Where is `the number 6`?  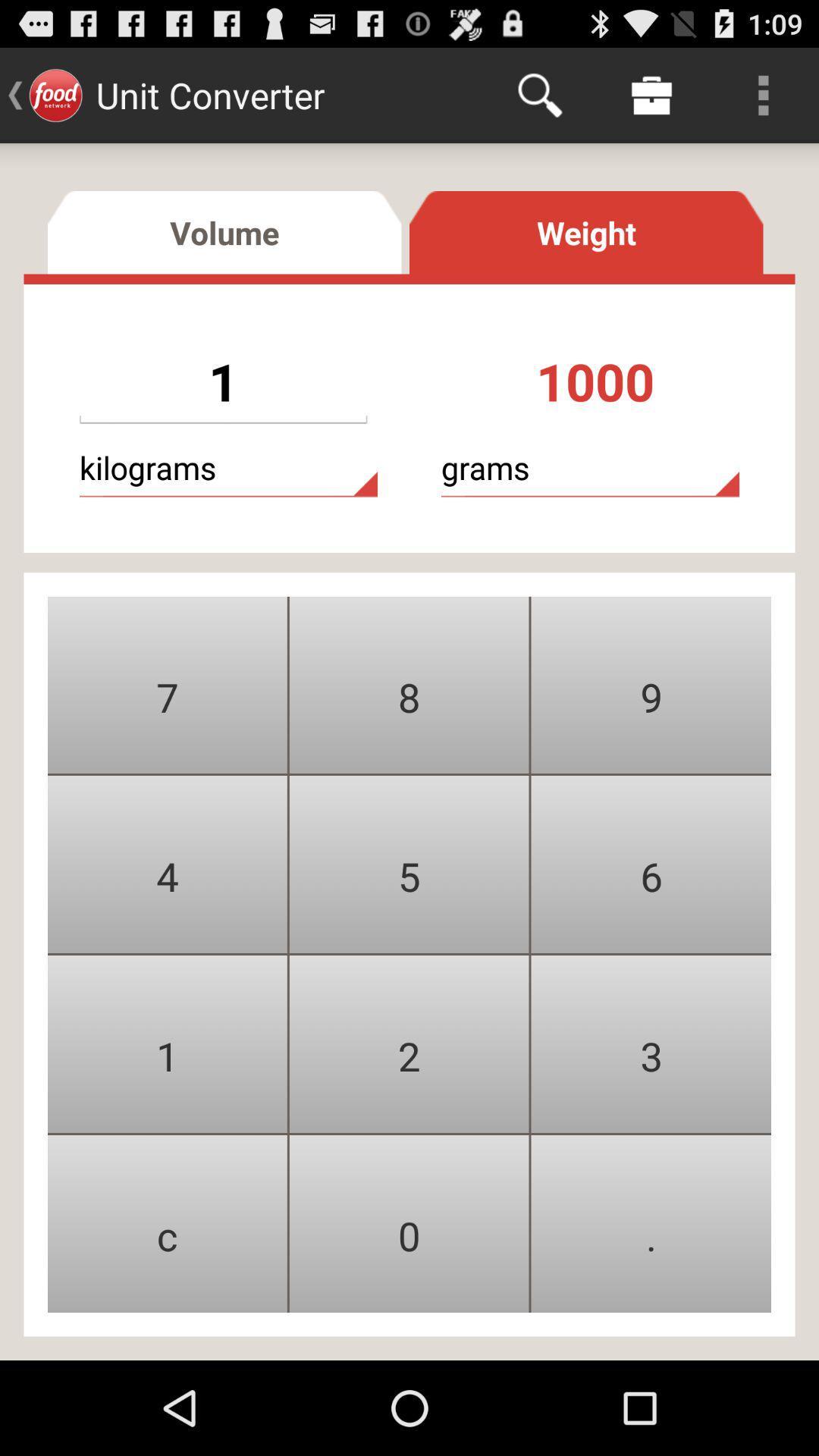
the number 6 is located at coordinates (651, 864).